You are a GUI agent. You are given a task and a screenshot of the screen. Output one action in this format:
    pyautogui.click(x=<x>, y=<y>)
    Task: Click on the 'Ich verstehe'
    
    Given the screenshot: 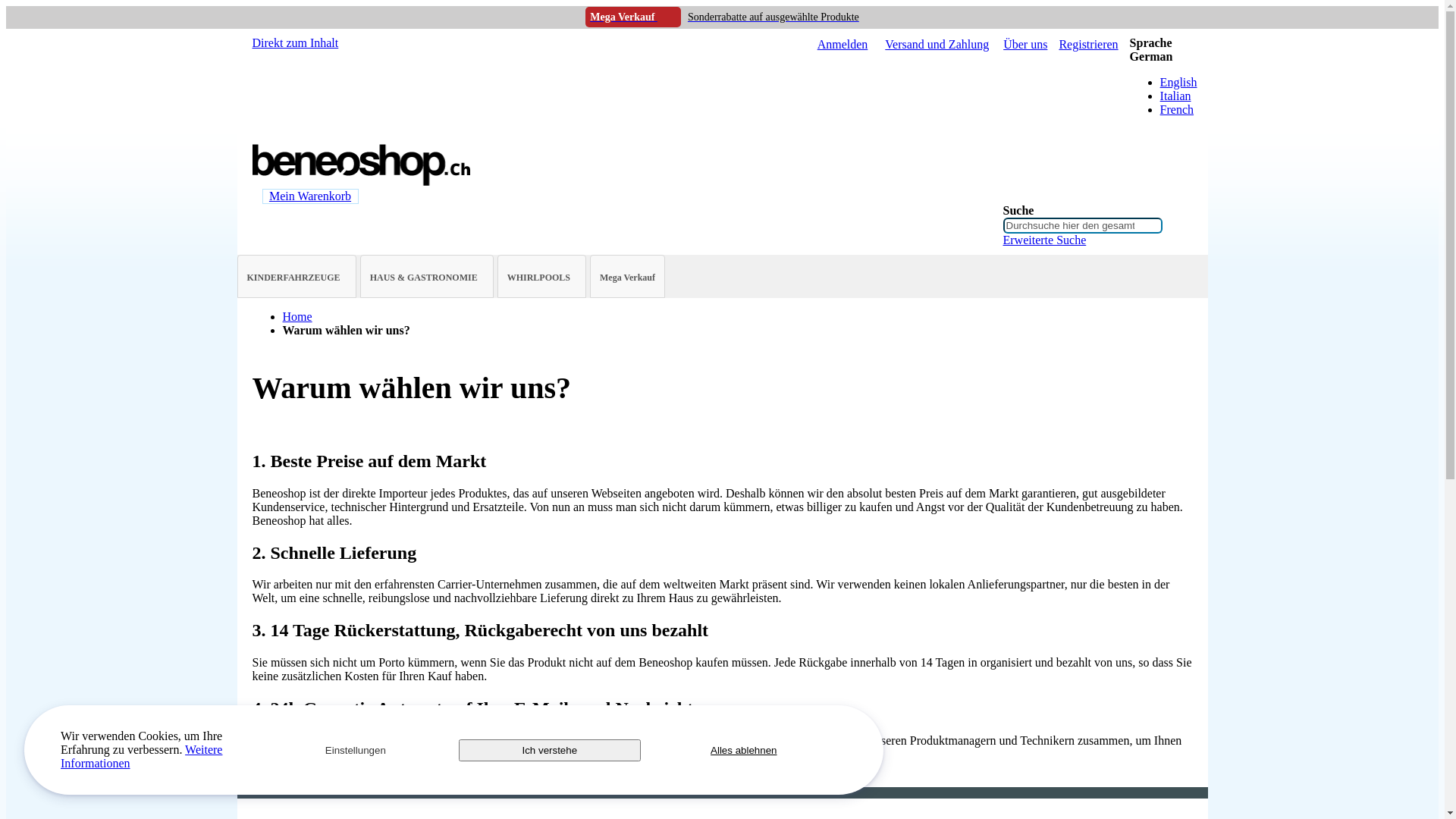 What is the action you would take?
    pyautogui.click(x=548, y=748)
    